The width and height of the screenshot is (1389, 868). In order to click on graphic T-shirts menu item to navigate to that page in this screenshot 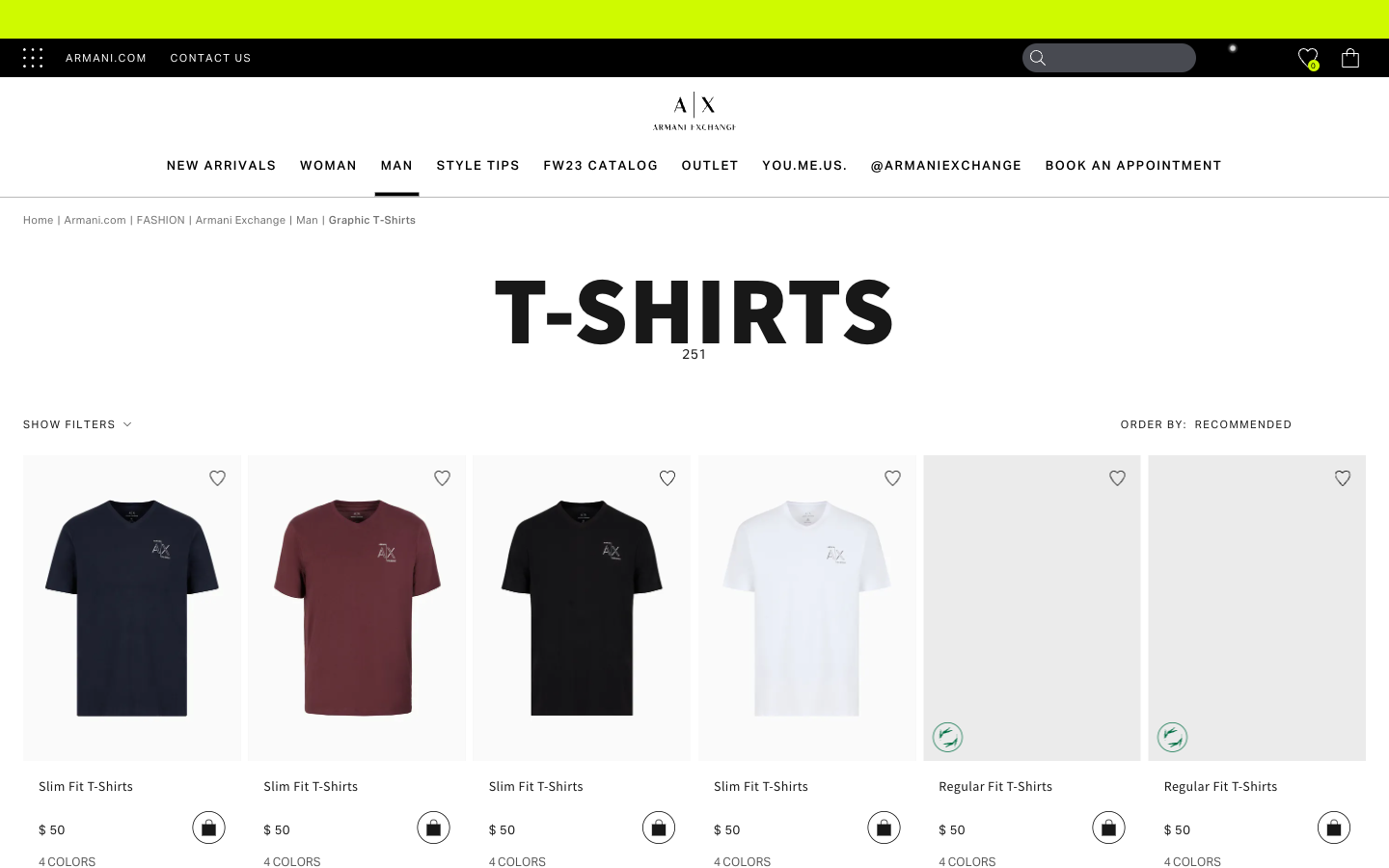, I will do `click(371, 218)`.